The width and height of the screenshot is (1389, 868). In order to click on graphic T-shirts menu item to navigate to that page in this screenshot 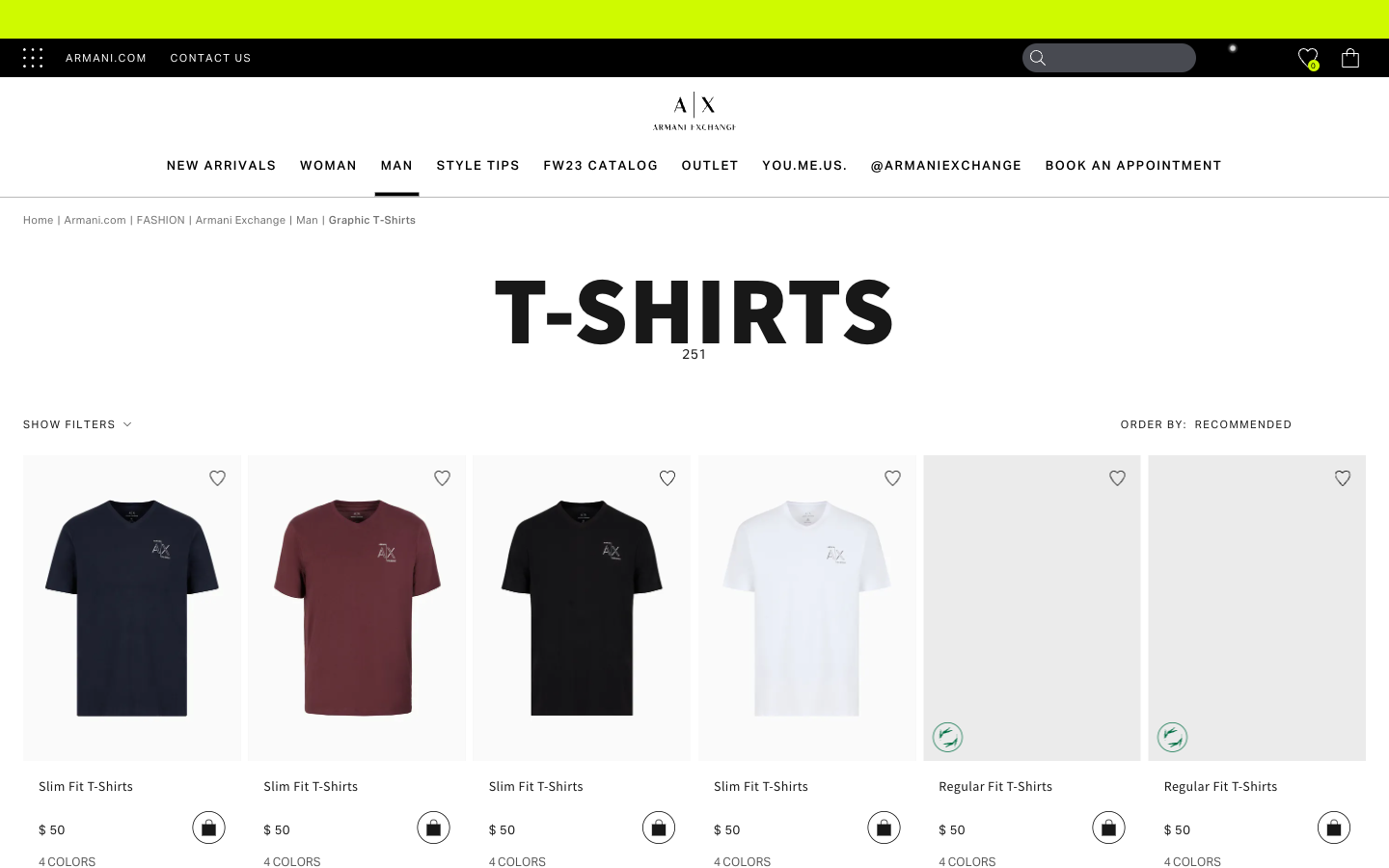, I will do `click(371, 218)`.